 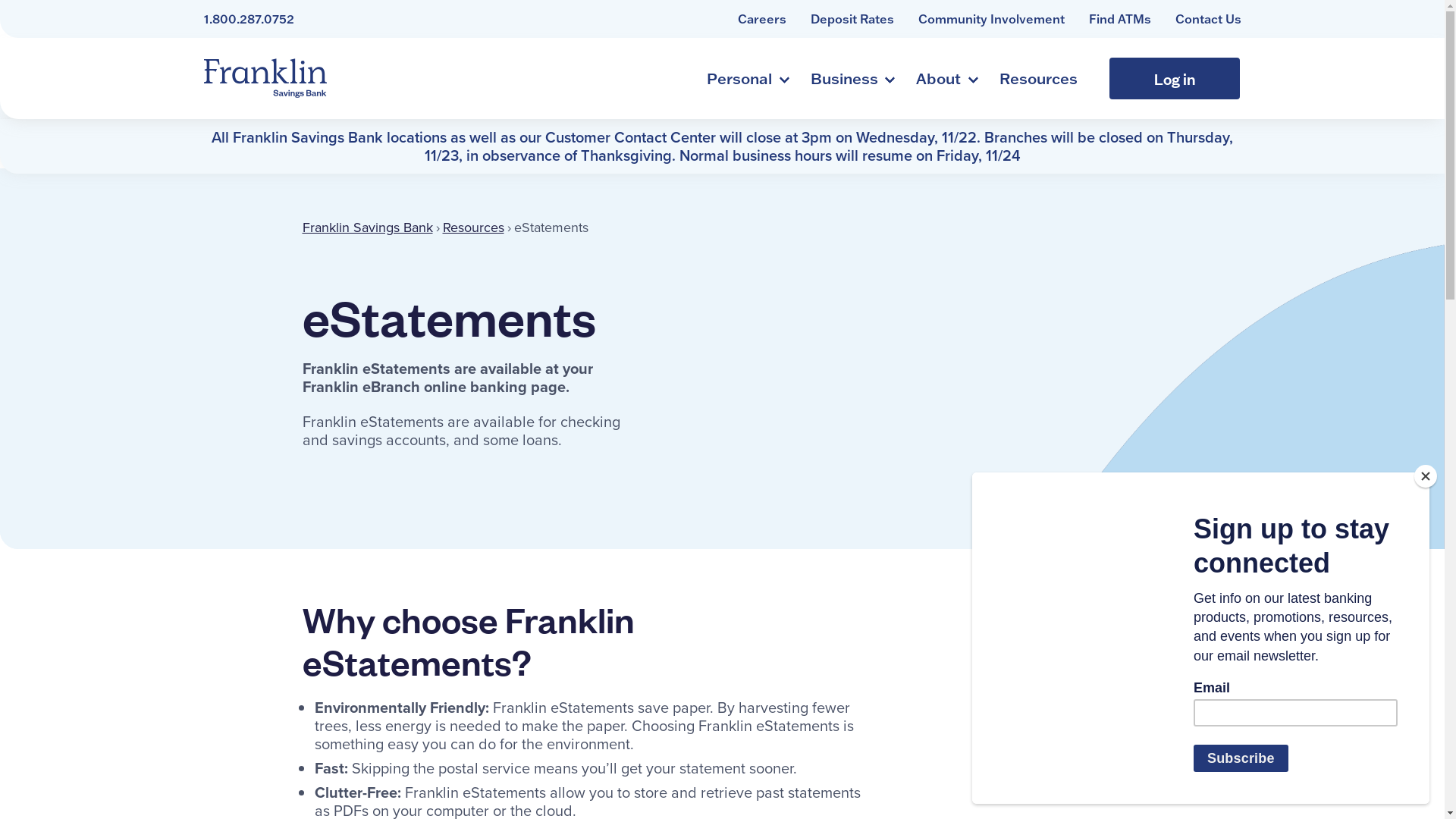 I want to click on 'Log in', so click(x=1172, y=78).